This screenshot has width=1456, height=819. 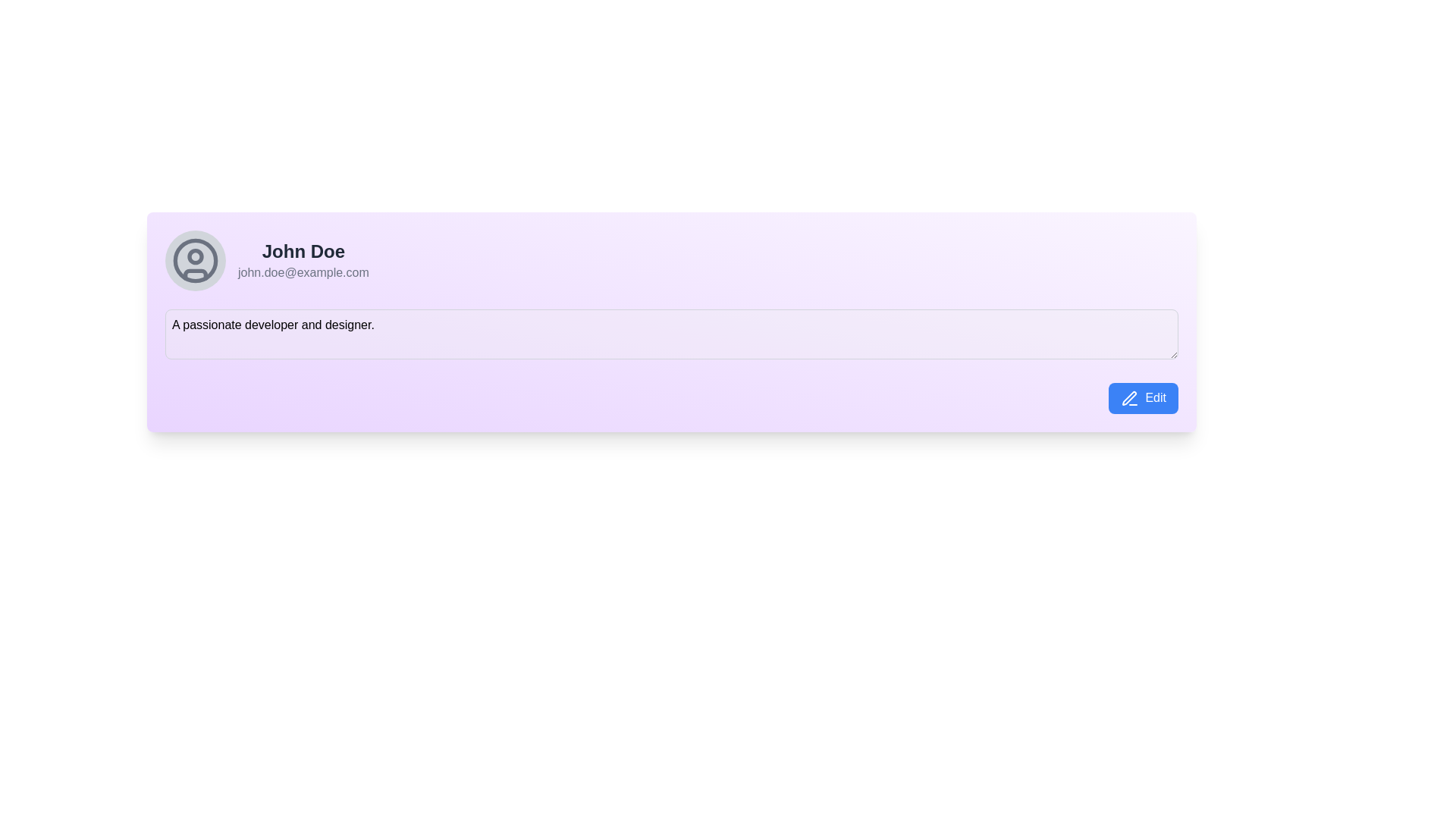 What do you see at coordinates (1144, 397) in the screenshot?
I see `the 'Edit' button with a blue background and white text, located at the bottom right corner of the user profile details section` at bounding box center [1144, 397].